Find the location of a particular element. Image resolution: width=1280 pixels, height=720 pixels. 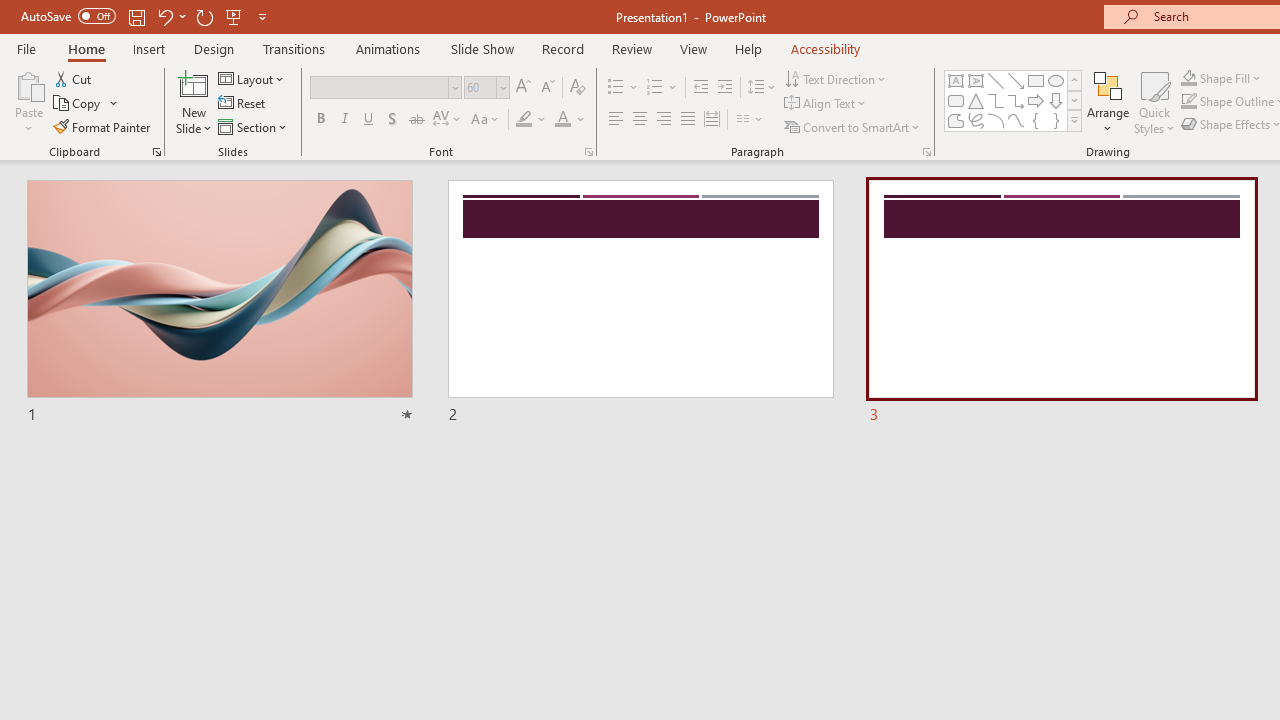

'Align Right' is located at coordinates (663, 119).